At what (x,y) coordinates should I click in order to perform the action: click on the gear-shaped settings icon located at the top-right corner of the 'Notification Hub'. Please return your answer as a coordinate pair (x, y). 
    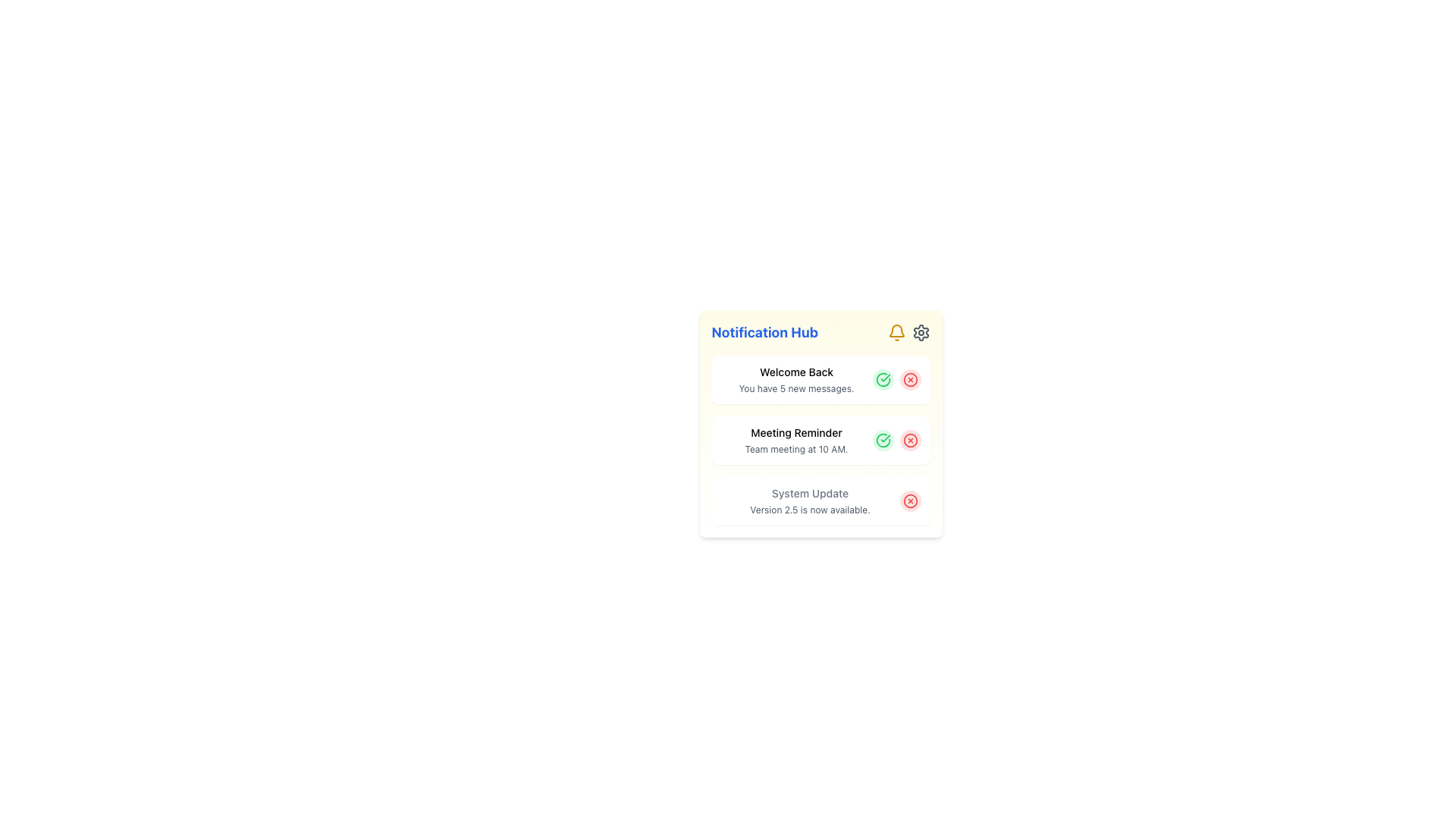
    Looking at the image, I should click on (920, 332).